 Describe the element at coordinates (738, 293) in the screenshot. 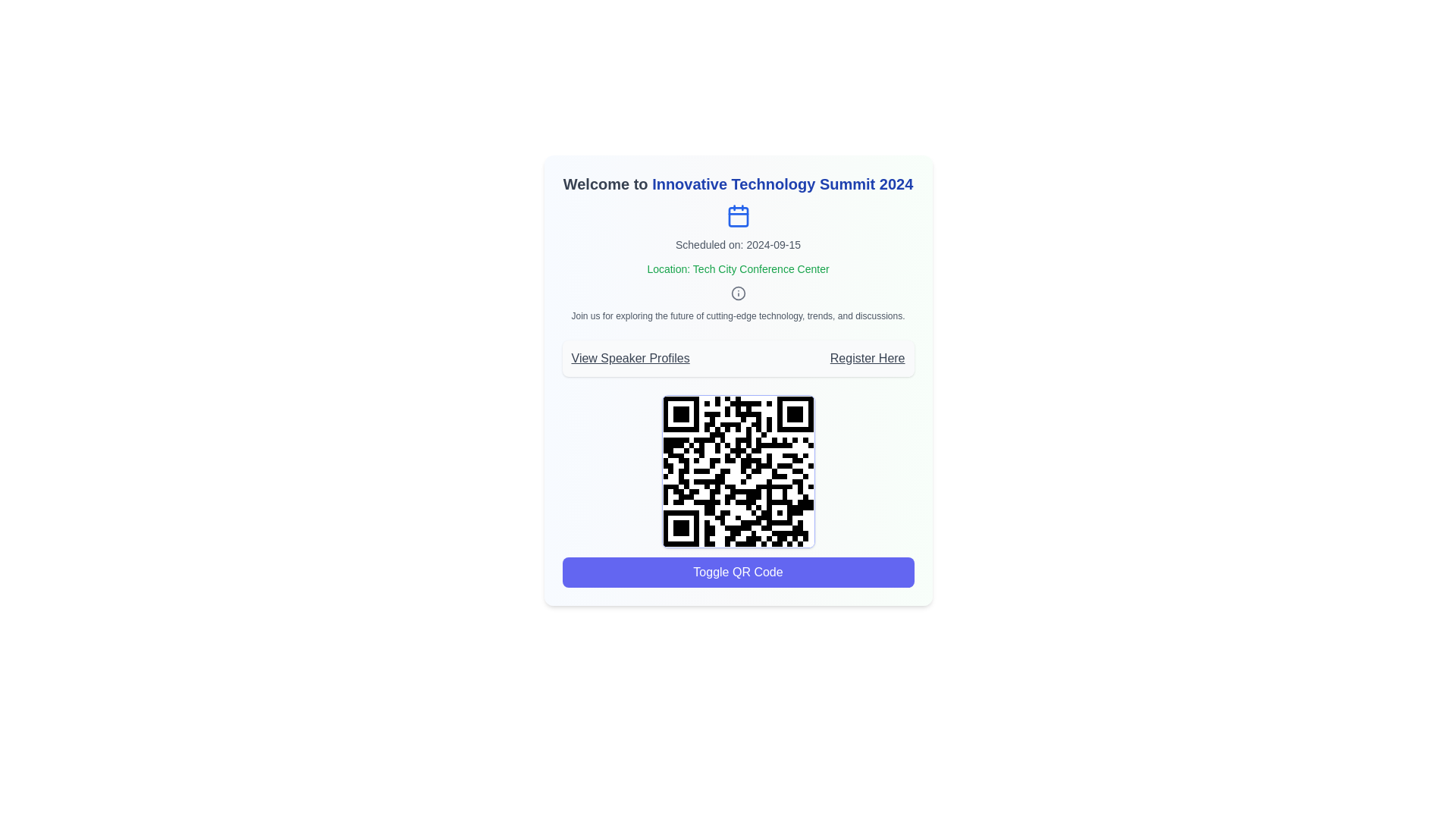

I see `on the informational icon located below the 'Tech City Conference Center' line` at that location.